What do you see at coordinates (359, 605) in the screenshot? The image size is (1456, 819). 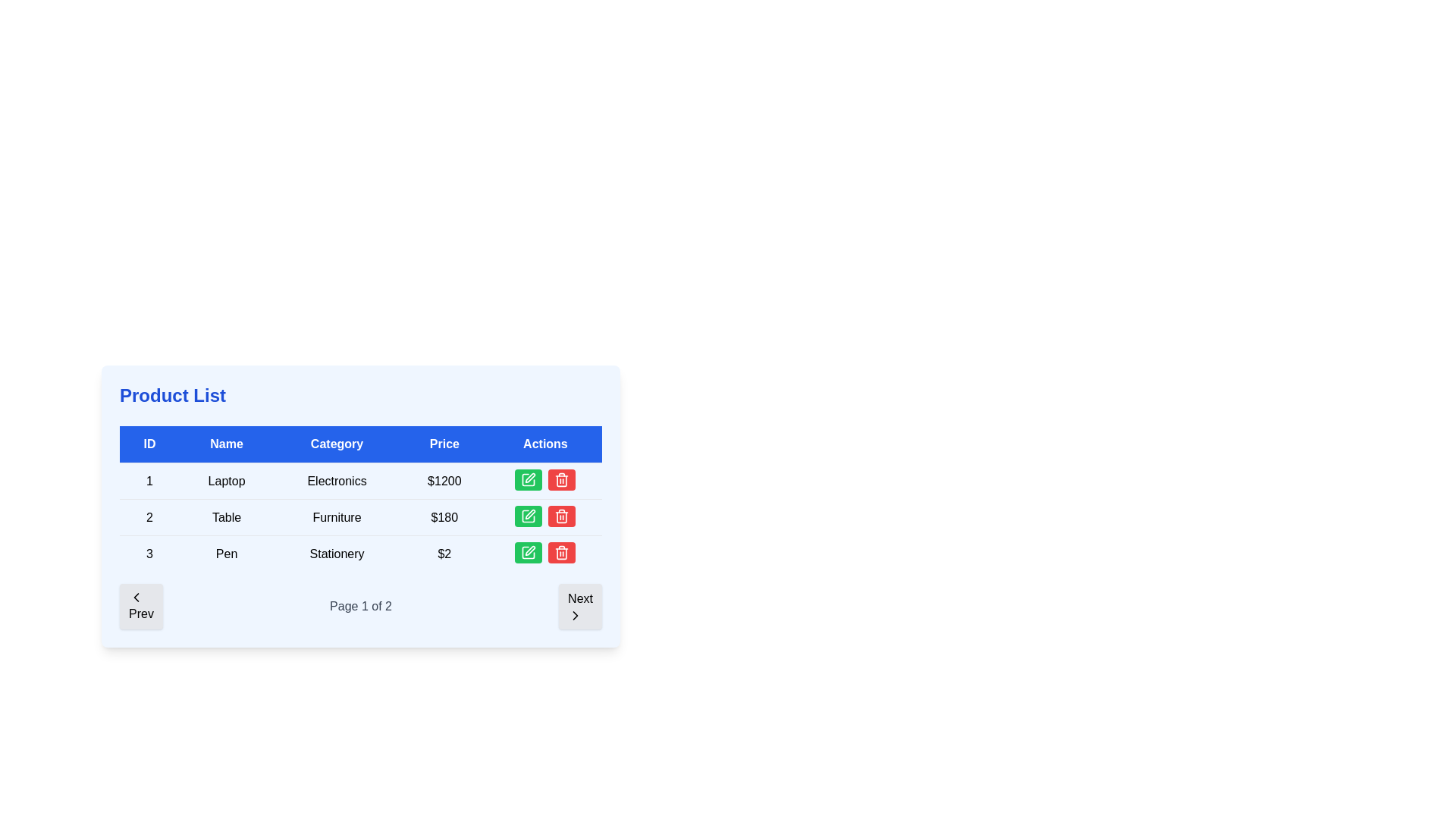 I see `the text label that indicates the current page number in the navigational footer section, positioned between the 'Prev' and 'Next' buttons` at bounding box center [359, 605].